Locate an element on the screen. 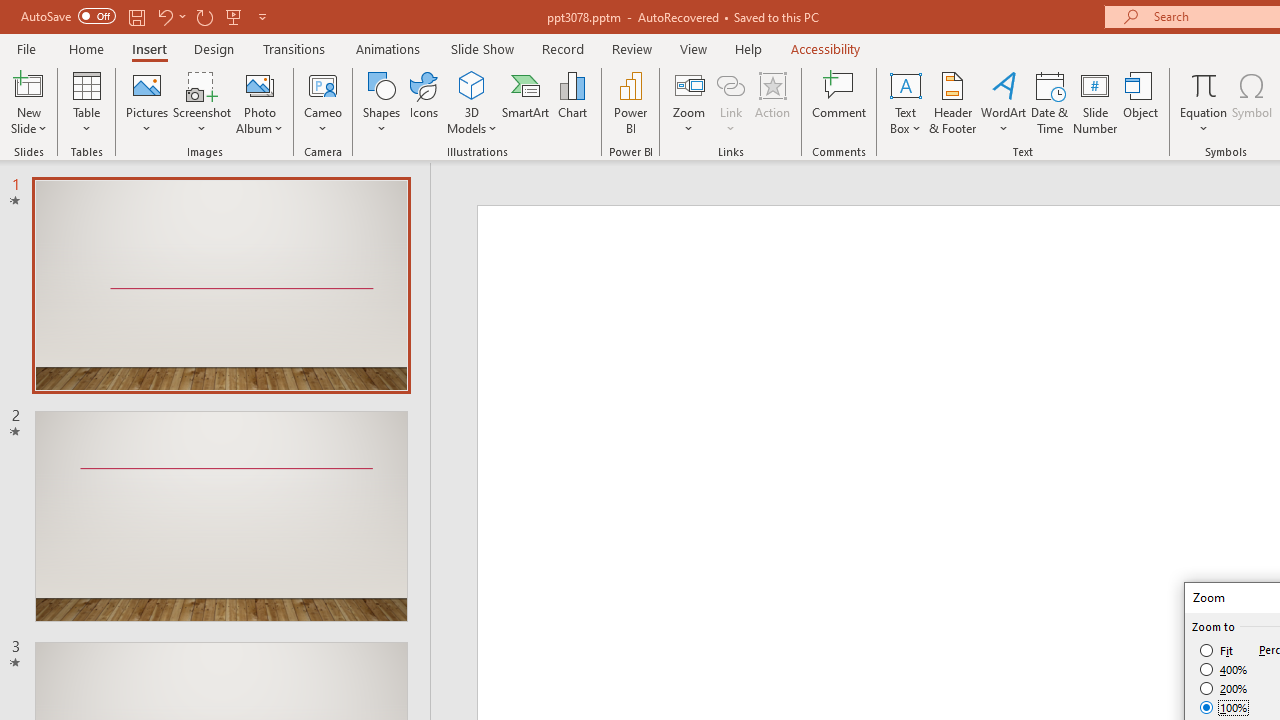 This screenshot has height=720, width=1280. 'Table' is located at coordinates (86, 103).